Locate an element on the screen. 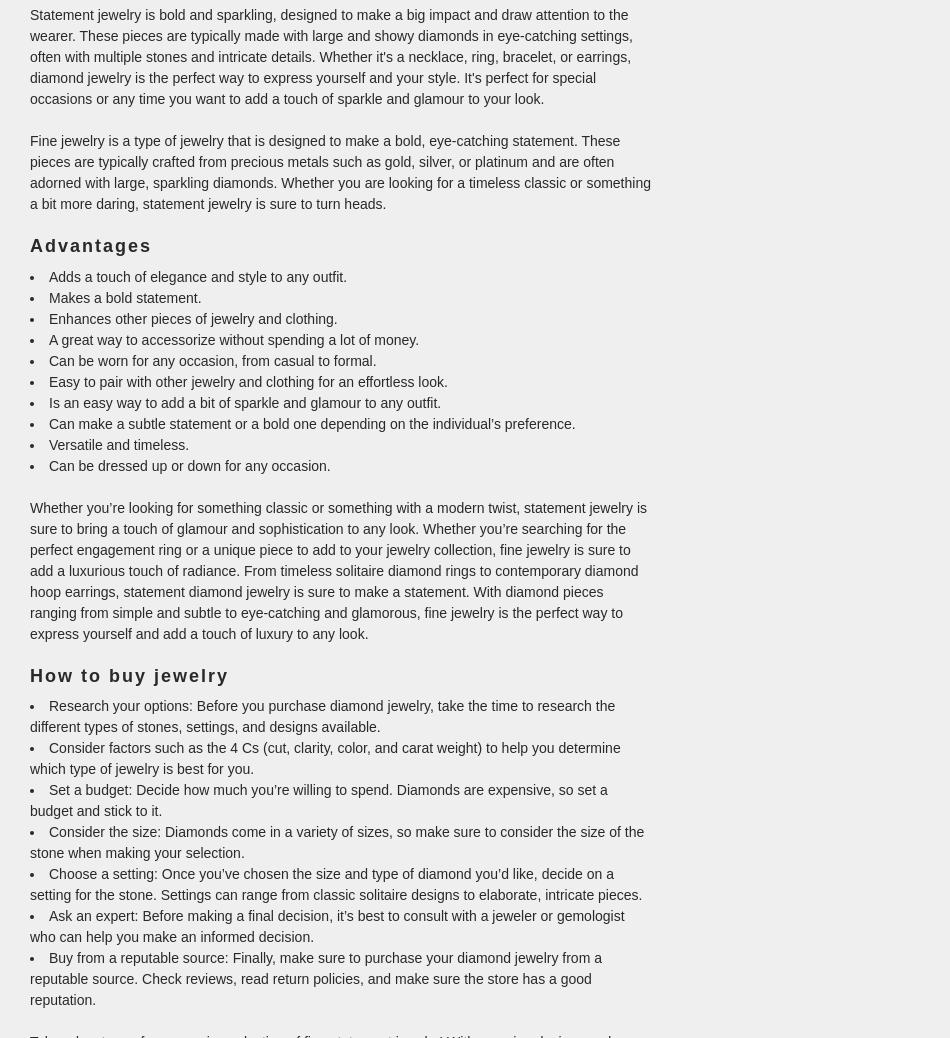 This screenshot has height=1038, width=950. 'Ask an expert: Before making a final decision, it’s best to consult with a jeweler or gemologist who can help you make an informed decision.' is located at coordinates (325, 926).